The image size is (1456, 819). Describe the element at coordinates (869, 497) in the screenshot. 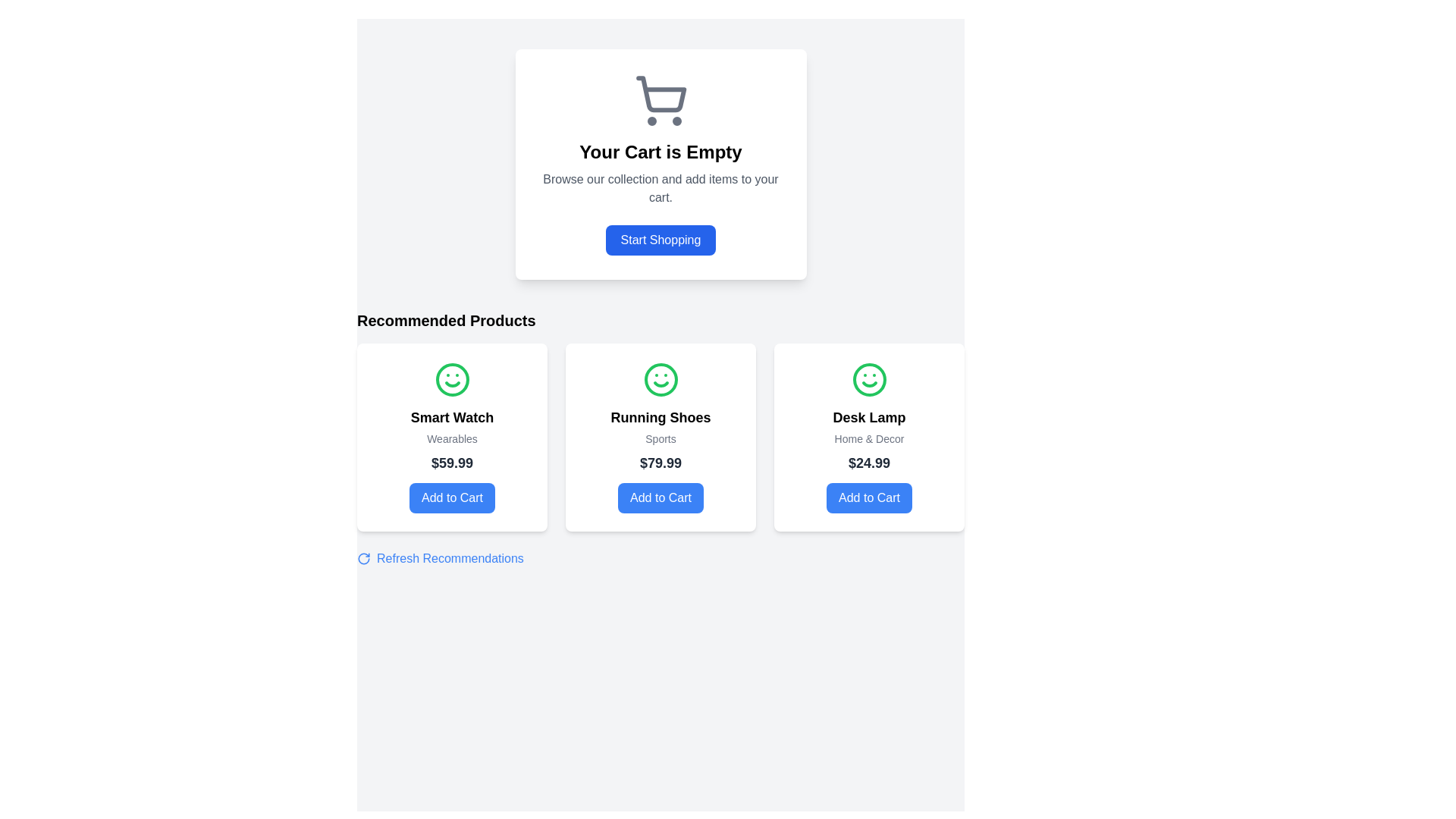

I see `the blue 'Add to Cart' button with rounded corners to observe the visual state change` at that location.